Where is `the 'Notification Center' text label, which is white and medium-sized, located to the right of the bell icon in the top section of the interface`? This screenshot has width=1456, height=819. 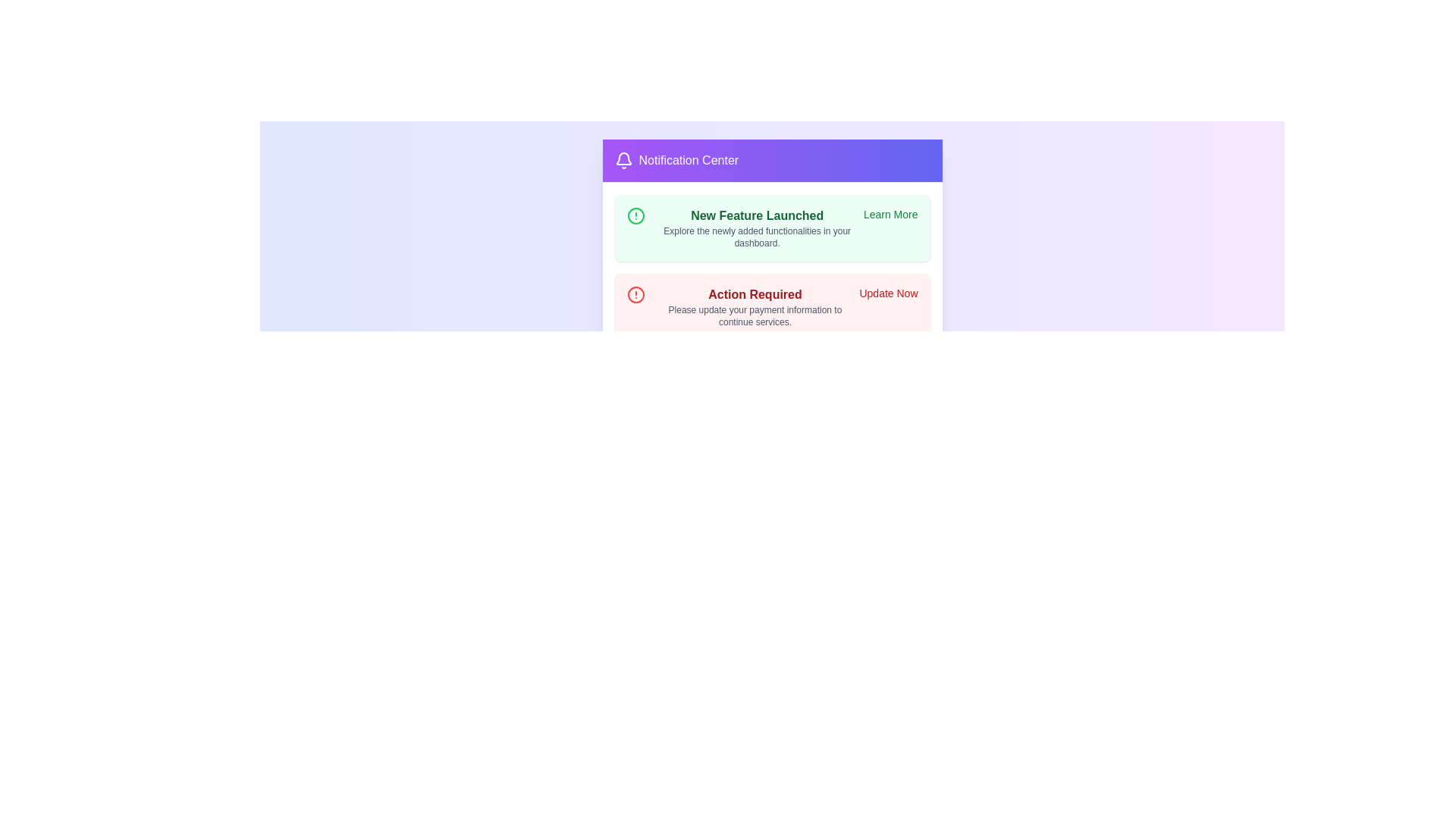
the 'Notification Center' text label, which is white and medium-sized, located to the right of the bell icon in the top section of the interface is located at coordinates (688, 161).